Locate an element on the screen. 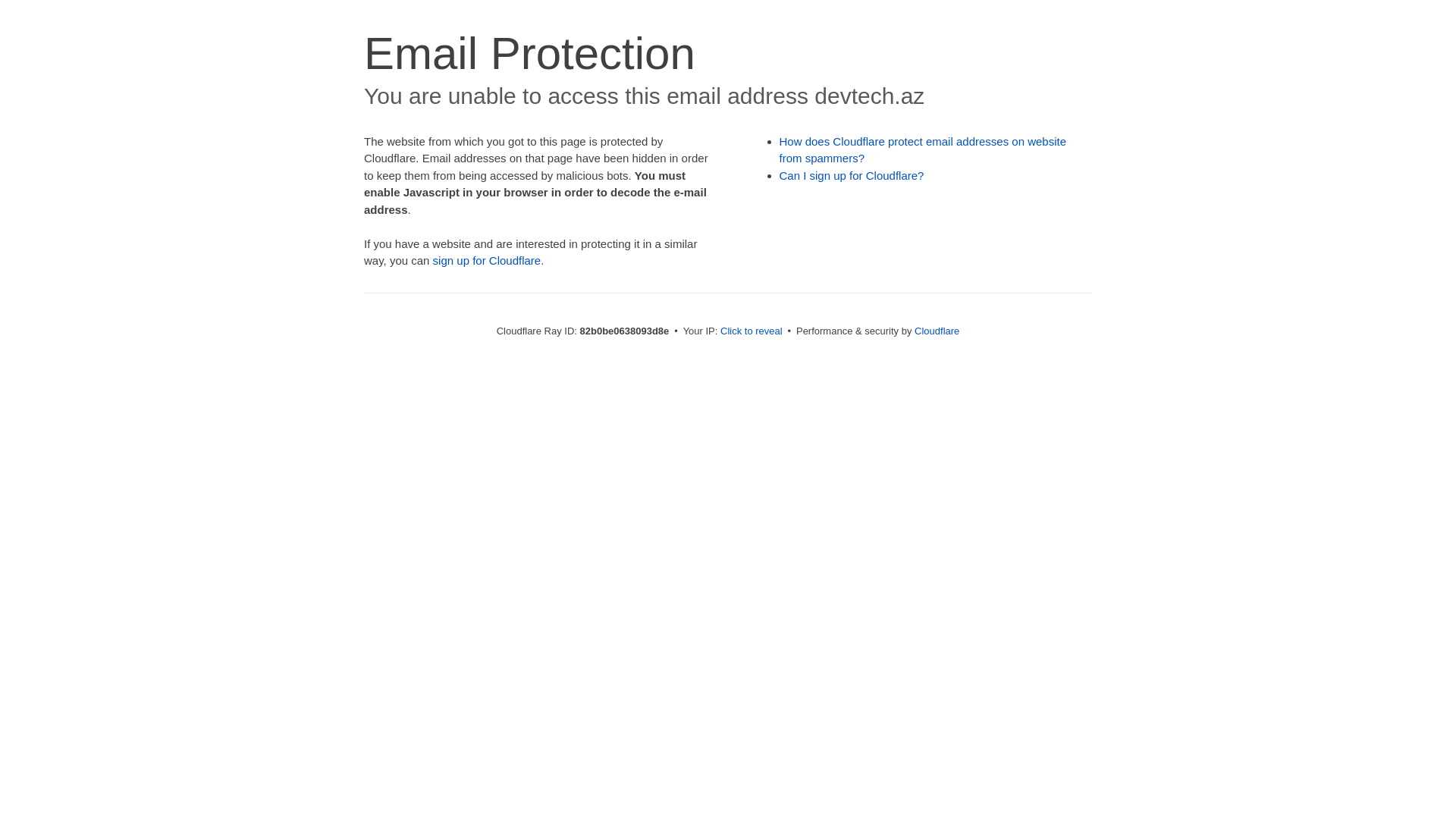 Image resolution: width=1456 pixels, height=819 pixels. 'sign up for Cloudflare' is located at coordinates (432, 259).